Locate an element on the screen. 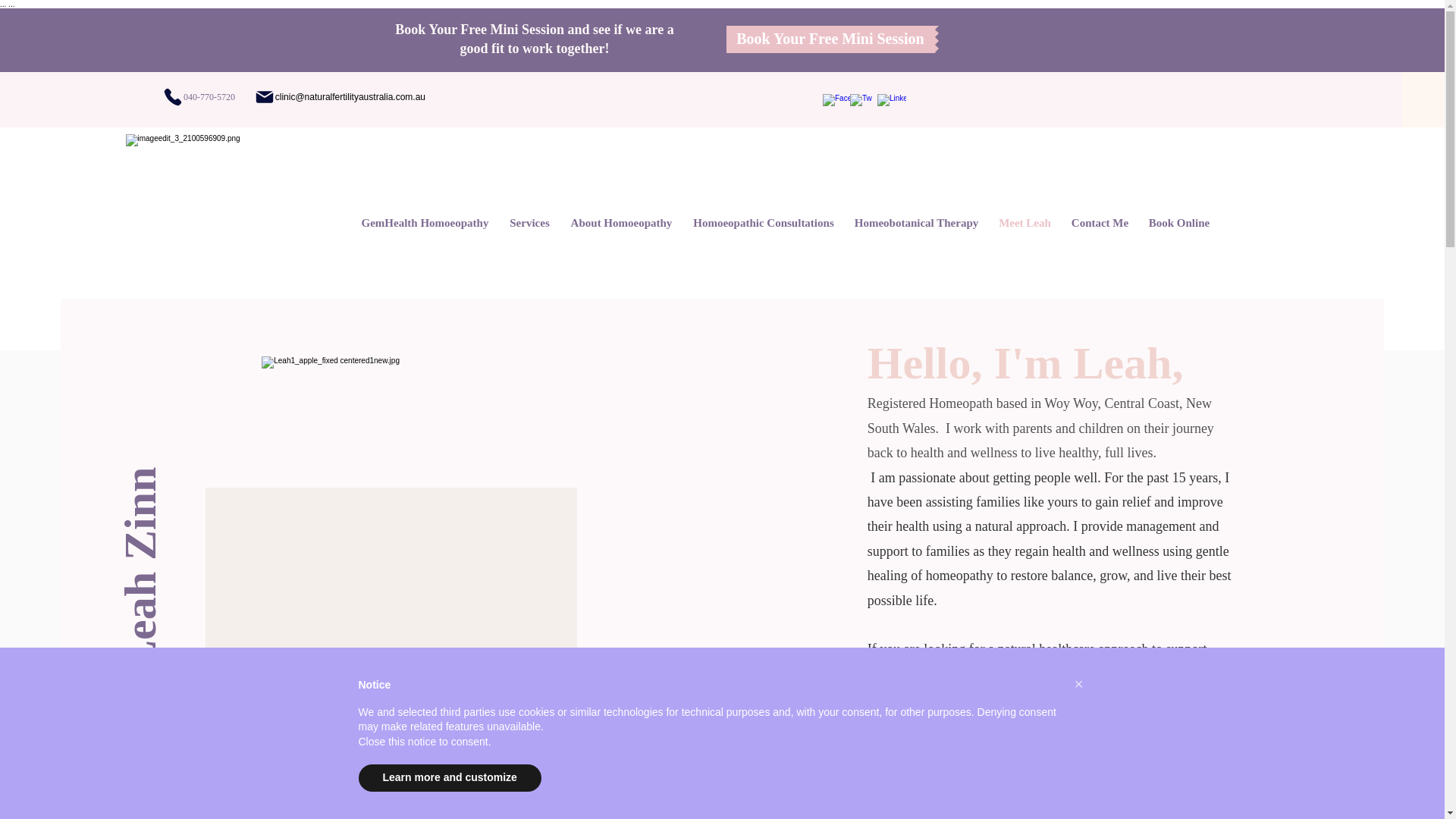 The height and width of the screenshot is (819, 1456). 'GemHealth Homoeopathy' is located at coordinates (425, 222).